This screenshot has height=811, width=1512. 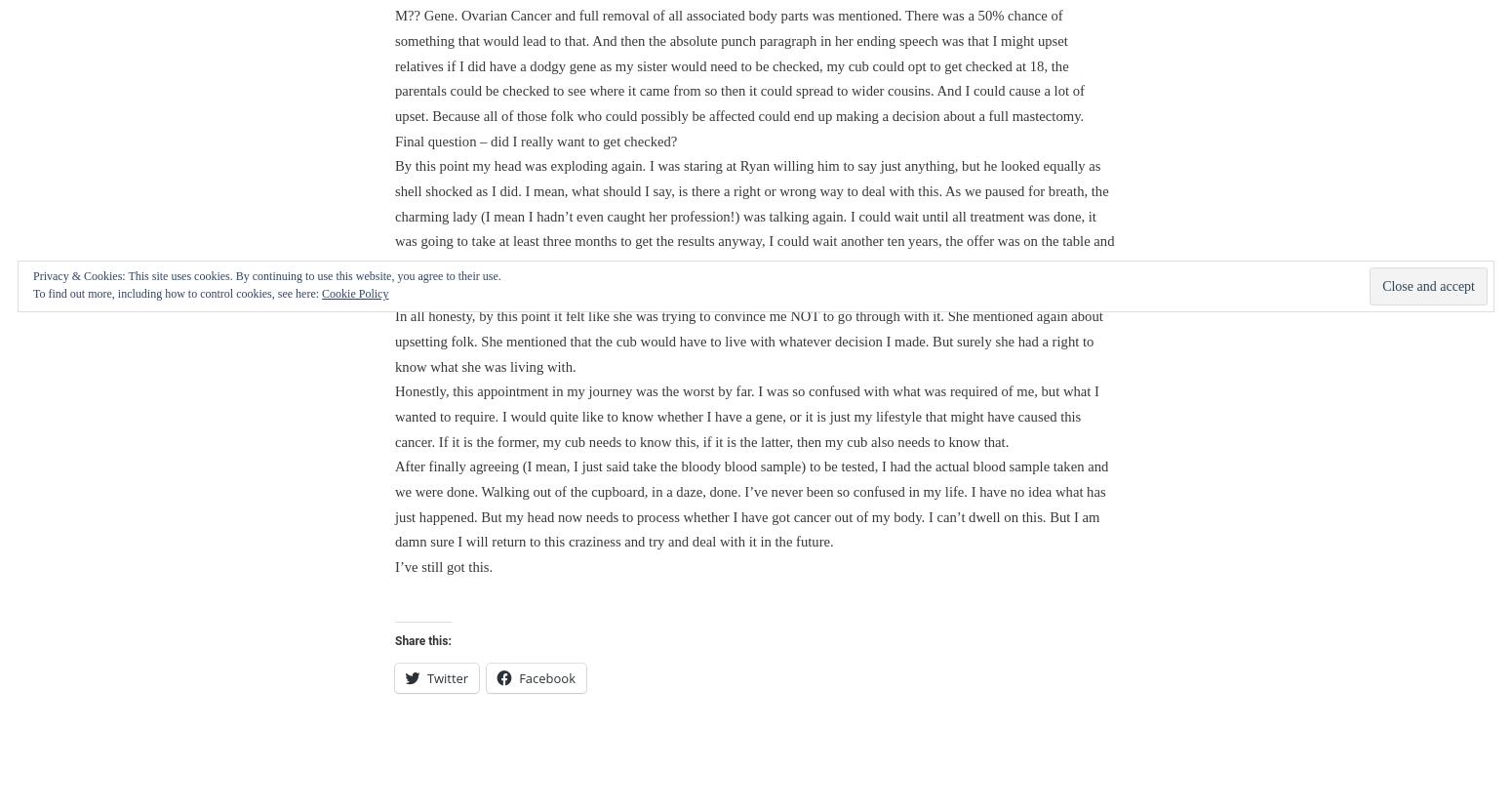 What do you see at coordinates (546, 675) in the screenshot?
I see `'Facebook'` at bounding box center [546, 675].